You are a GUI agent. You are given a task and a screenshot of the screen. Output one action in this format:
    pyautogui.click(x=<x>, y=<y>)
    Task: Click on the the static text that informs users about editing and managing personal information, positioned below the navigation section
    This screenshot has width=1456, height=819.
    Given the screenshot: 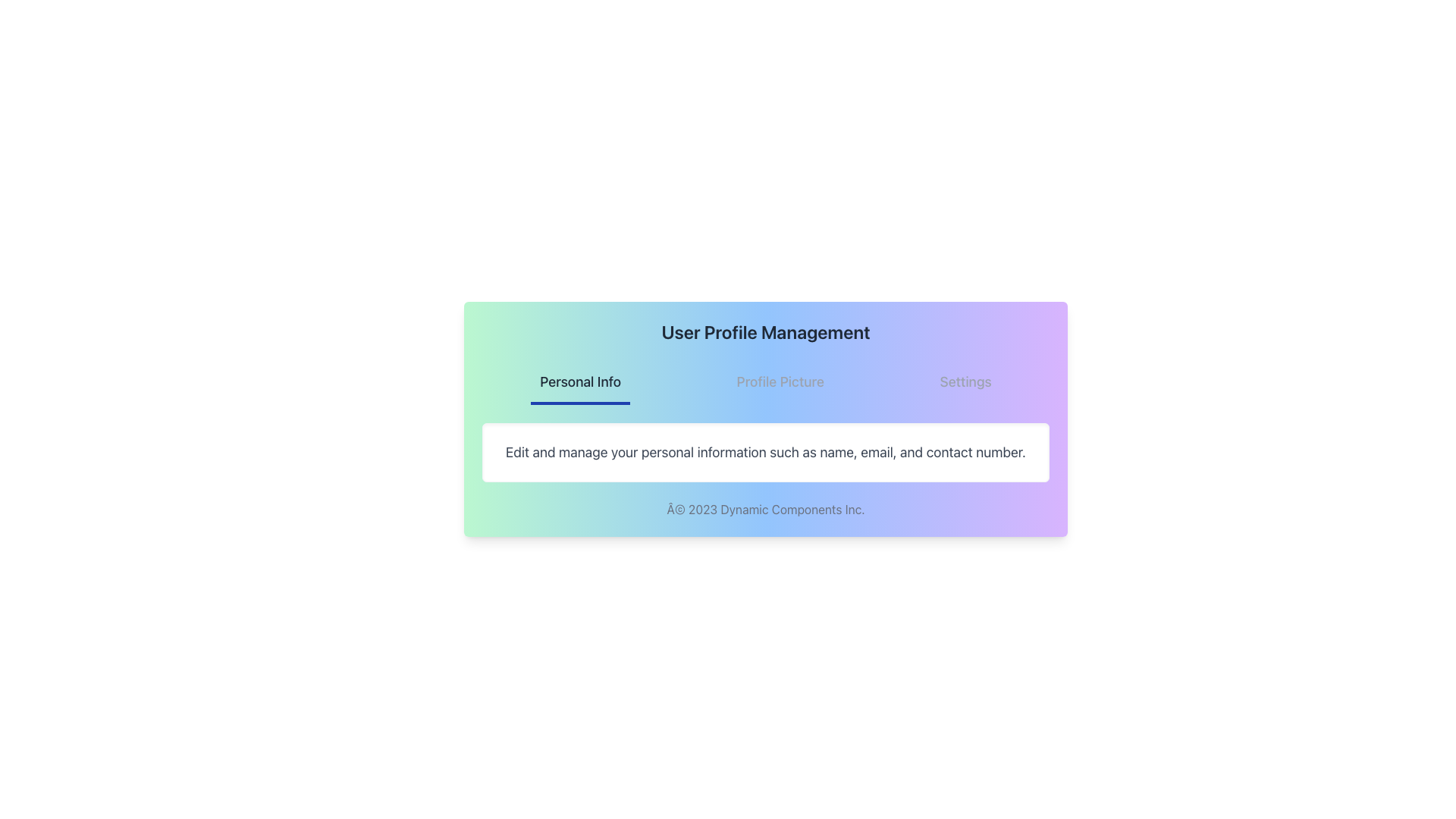 What is the action you would take?
    pyautogui.click(x=765, y=452)
    